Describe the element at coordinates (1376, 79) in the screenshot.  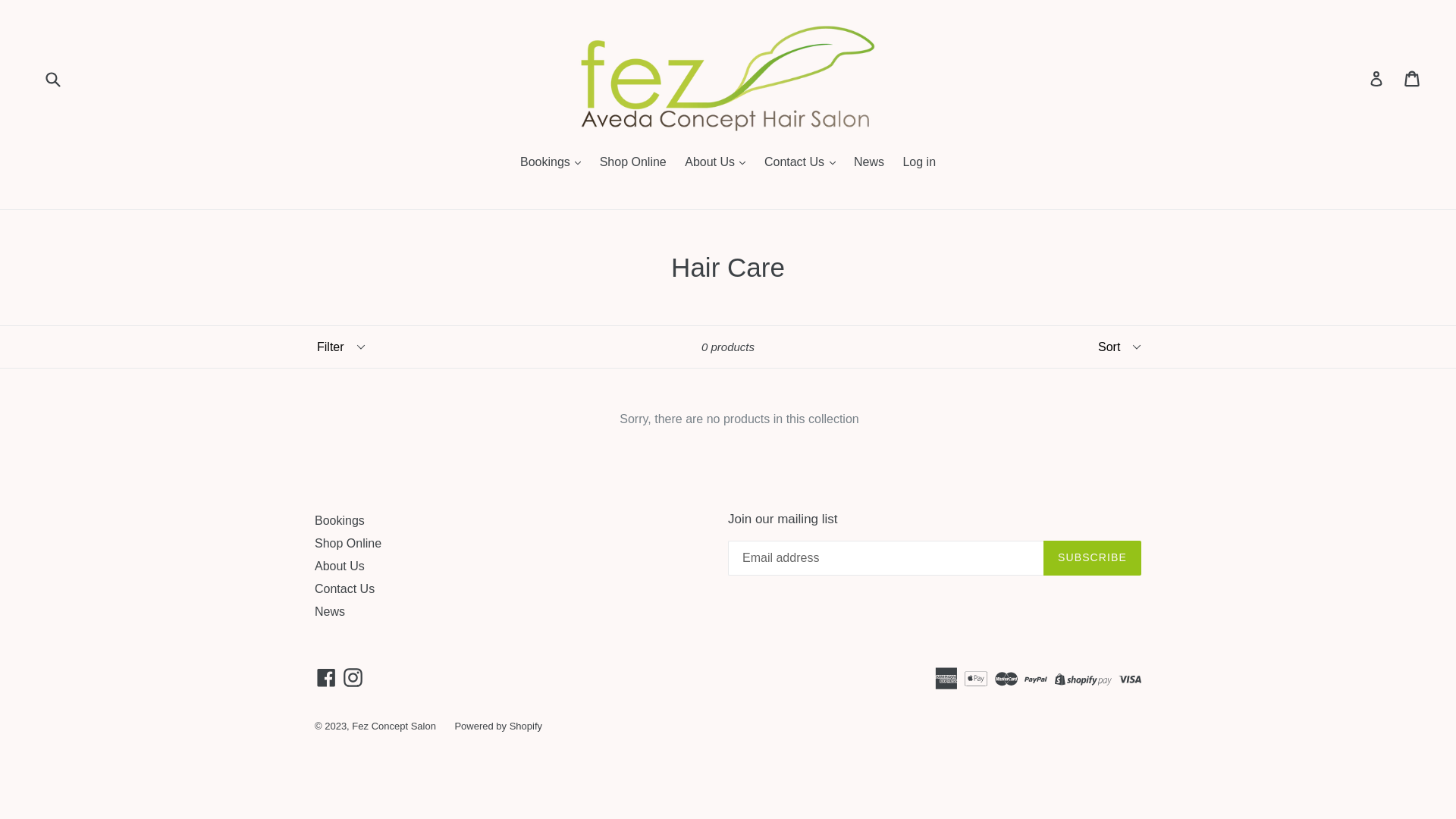
I see `'Log in'` at that location.